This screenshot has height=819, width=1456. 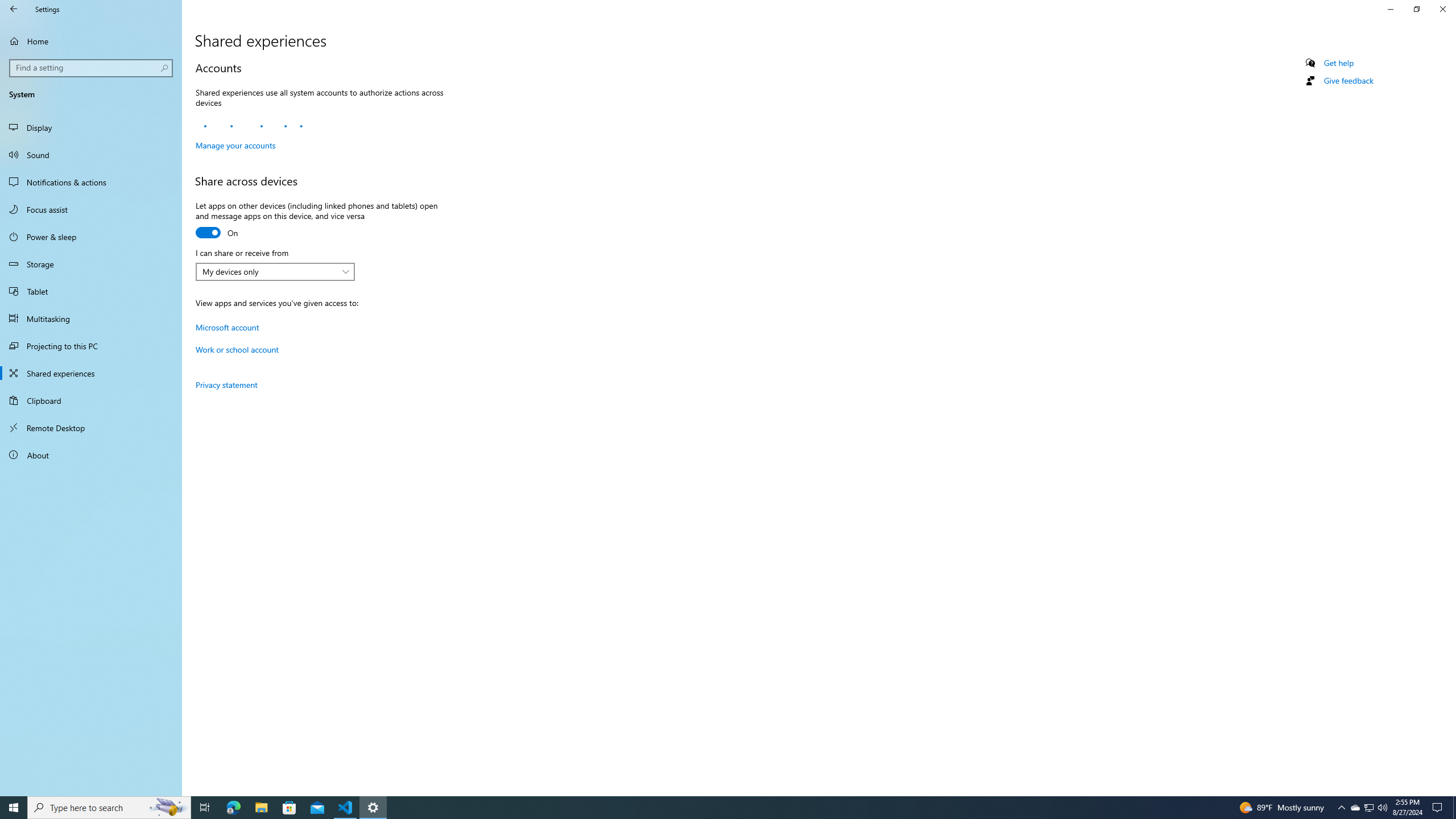 What do you see at coordinates (1342, 806) in the screenshot?
I see `'Notification Chevron'` at bounding box center [1342, 806].